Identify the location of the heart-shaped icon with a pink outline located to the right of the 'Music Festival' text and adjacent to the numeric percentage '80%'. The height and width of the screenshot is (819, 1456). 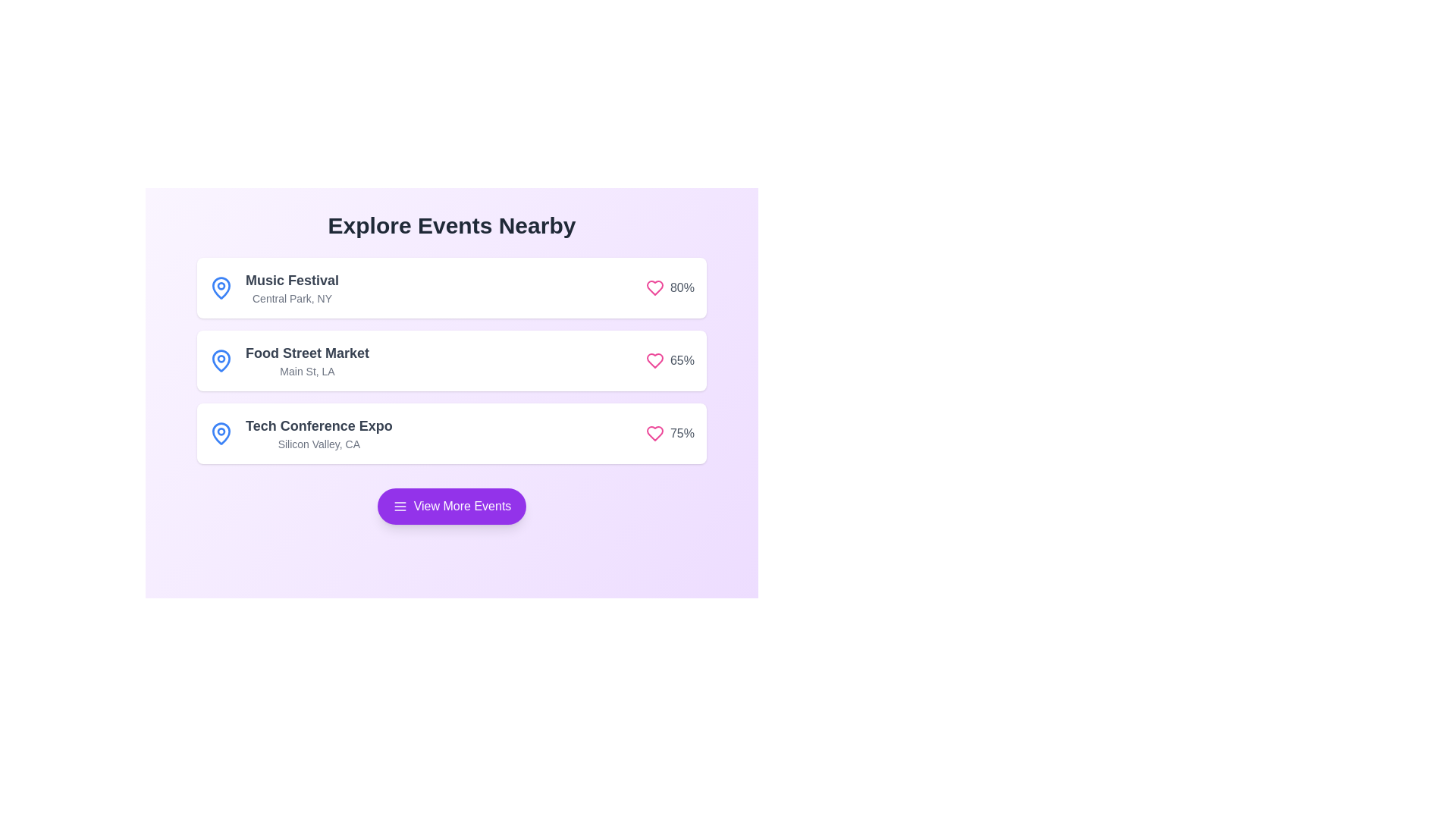
(655, 288).